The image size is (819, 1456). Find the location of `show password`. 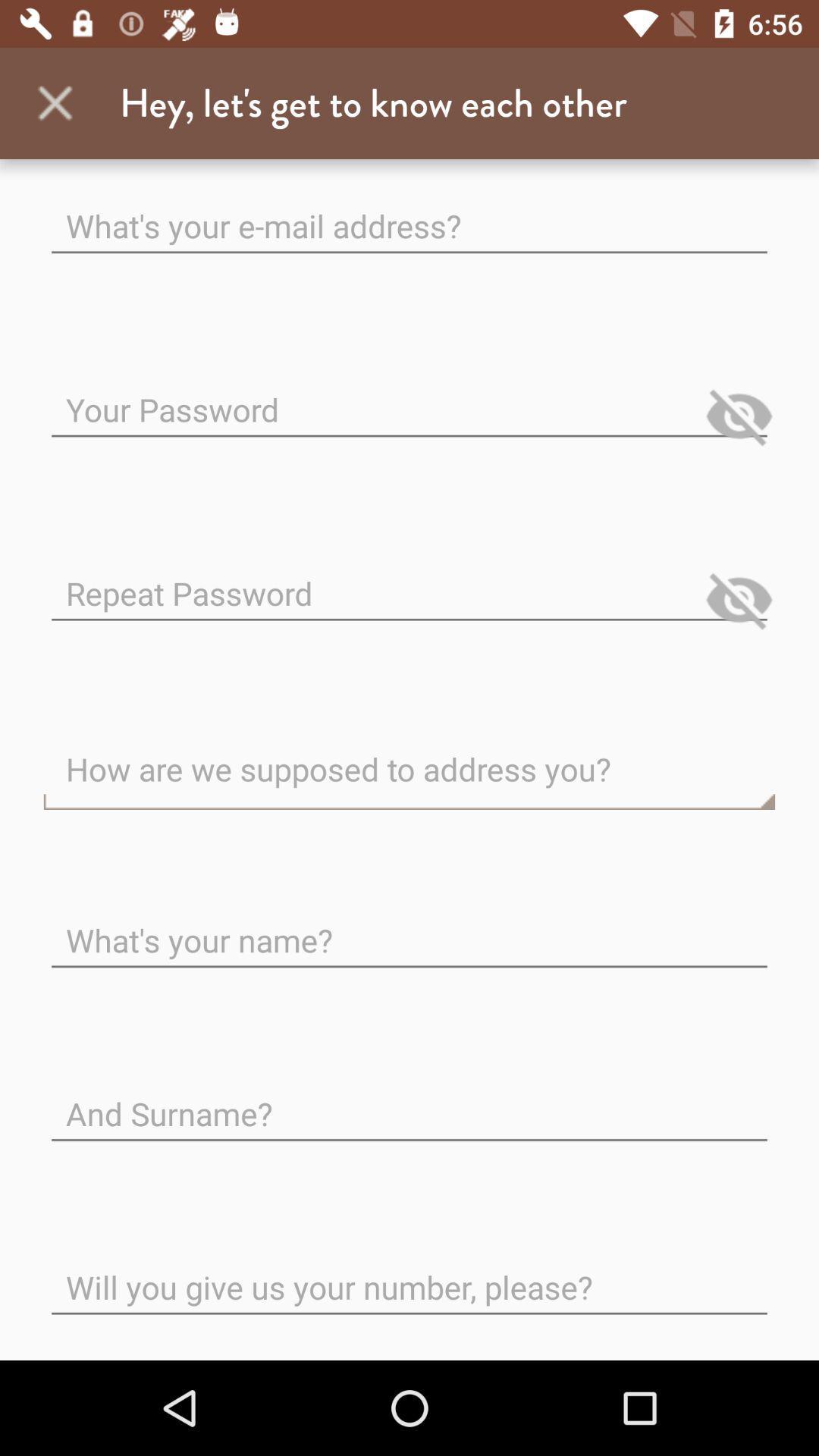

show password is located at coordinates (739, 599).